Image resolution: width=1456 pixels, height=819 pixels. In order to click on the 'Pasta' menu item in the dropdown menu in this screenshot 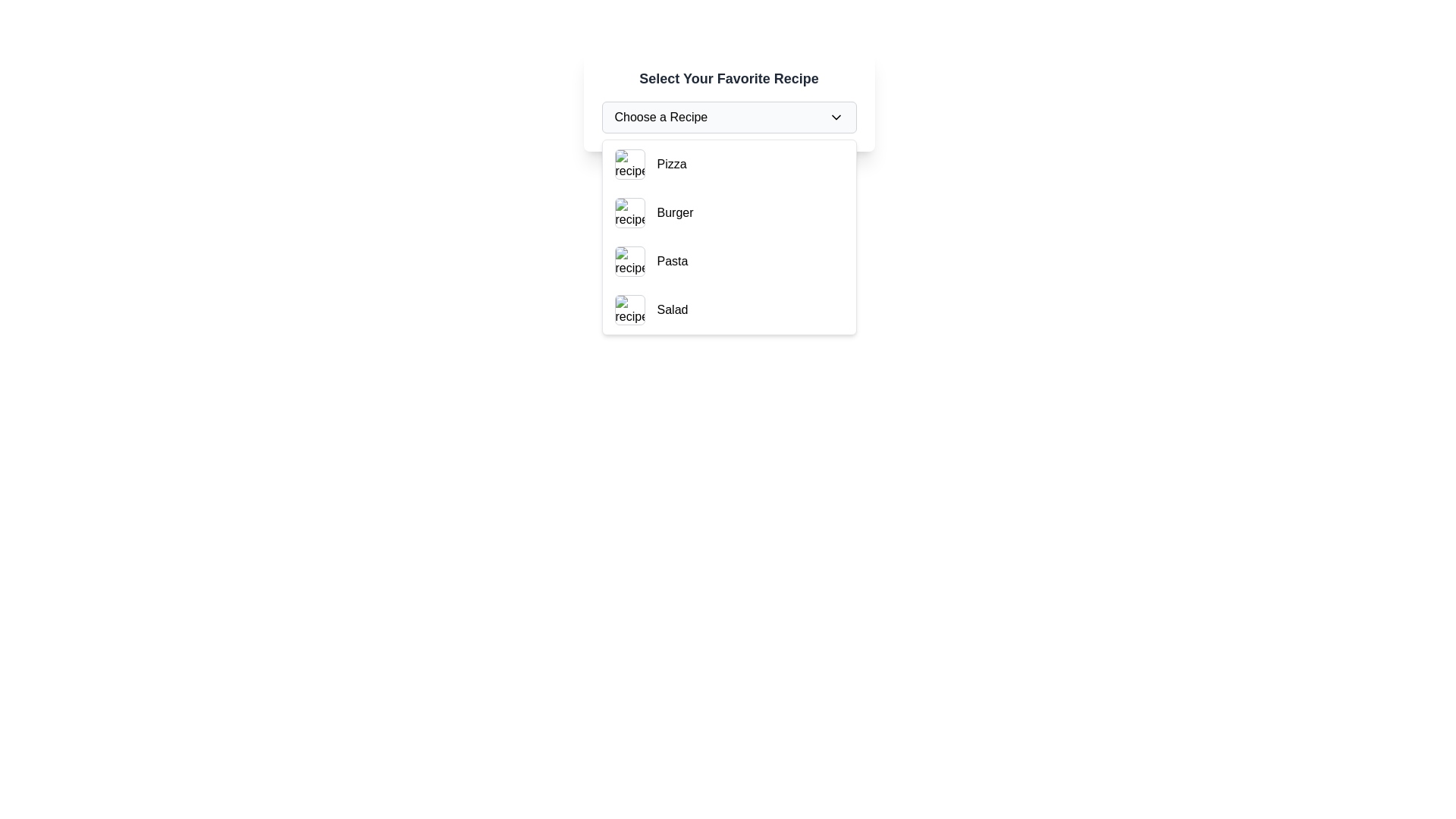, I will do `click(729, 260)`.